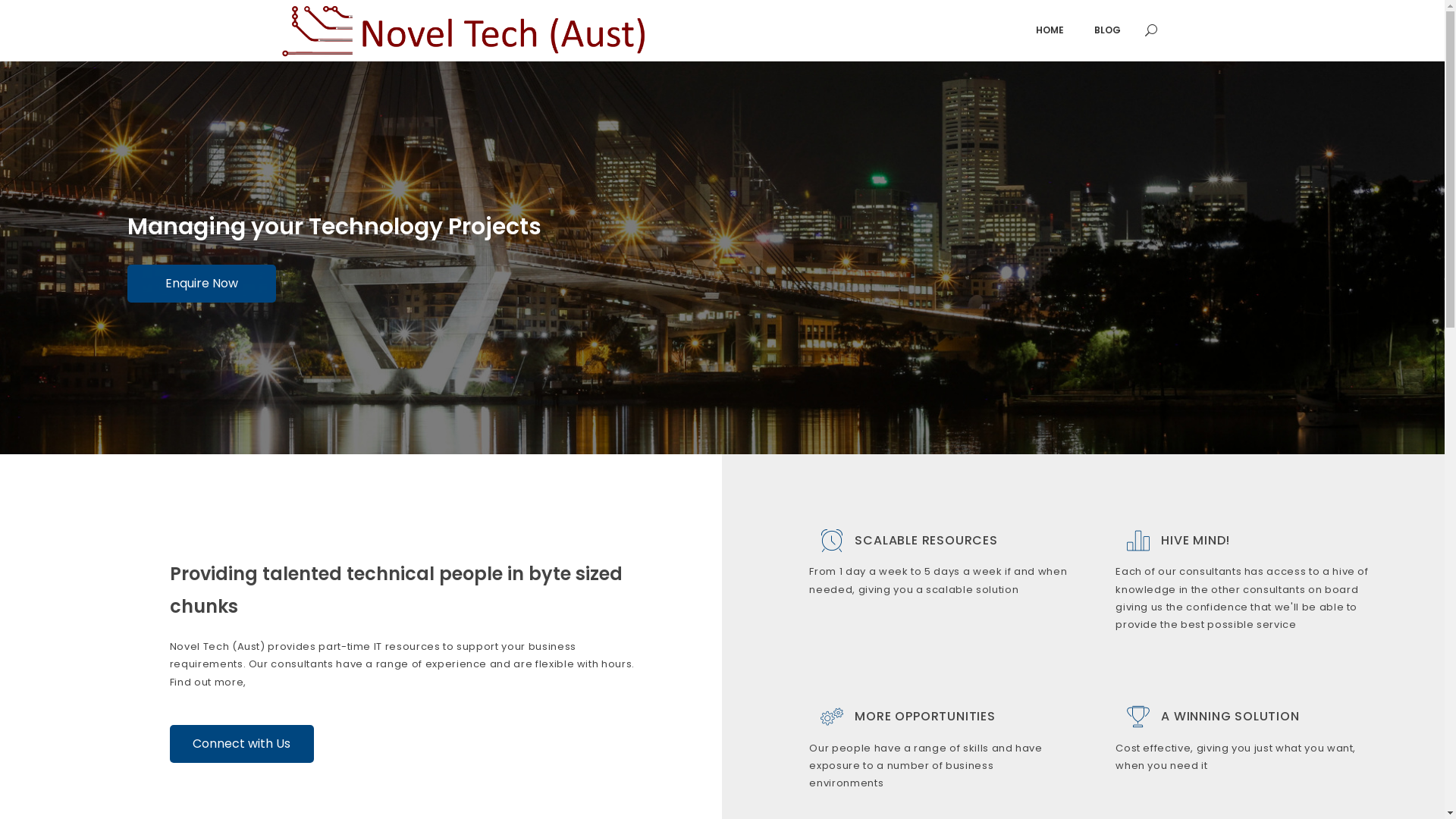 The height and width of the screenshot is (819, 1456). I want to click on 'MORE OPPORTUNITIES', so click(855, 716).